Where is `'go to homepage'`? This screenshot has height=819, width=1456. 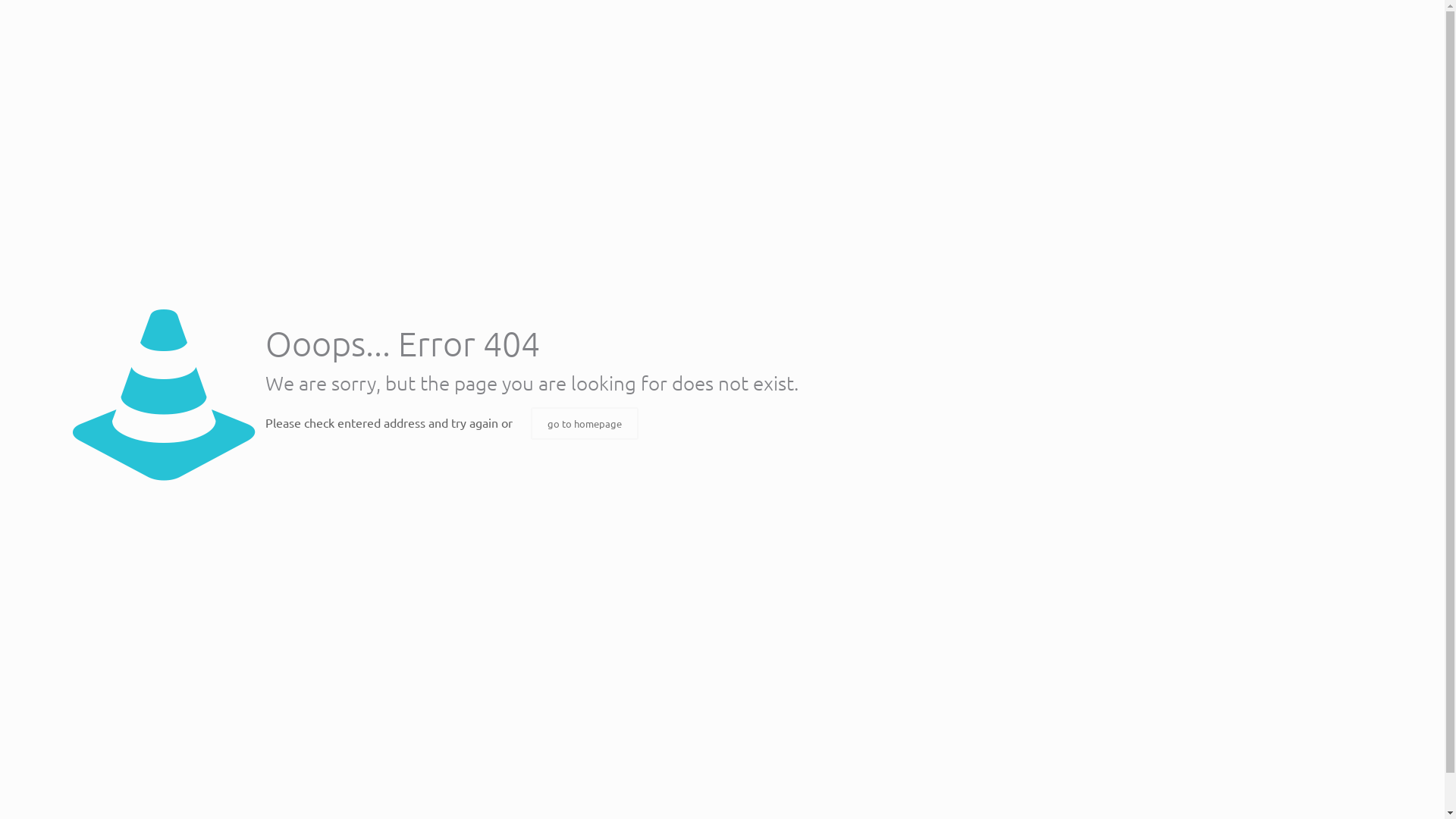 'go to homepage' is located at coordinates (584, 423).